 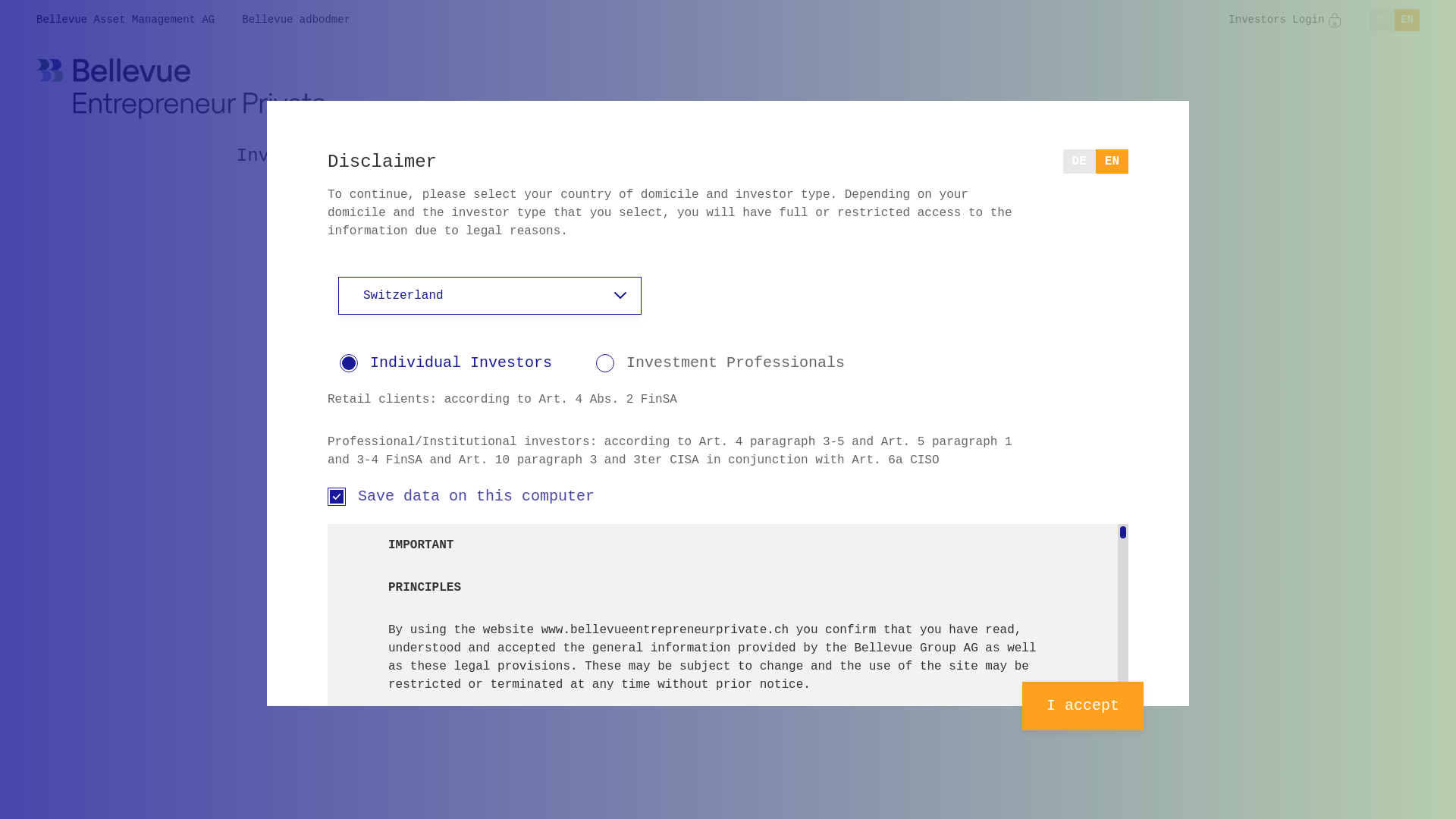 What do you see at coordinates (808, 155) in the screenshot?
I see `'About us'` at bounding box center [808, 155].